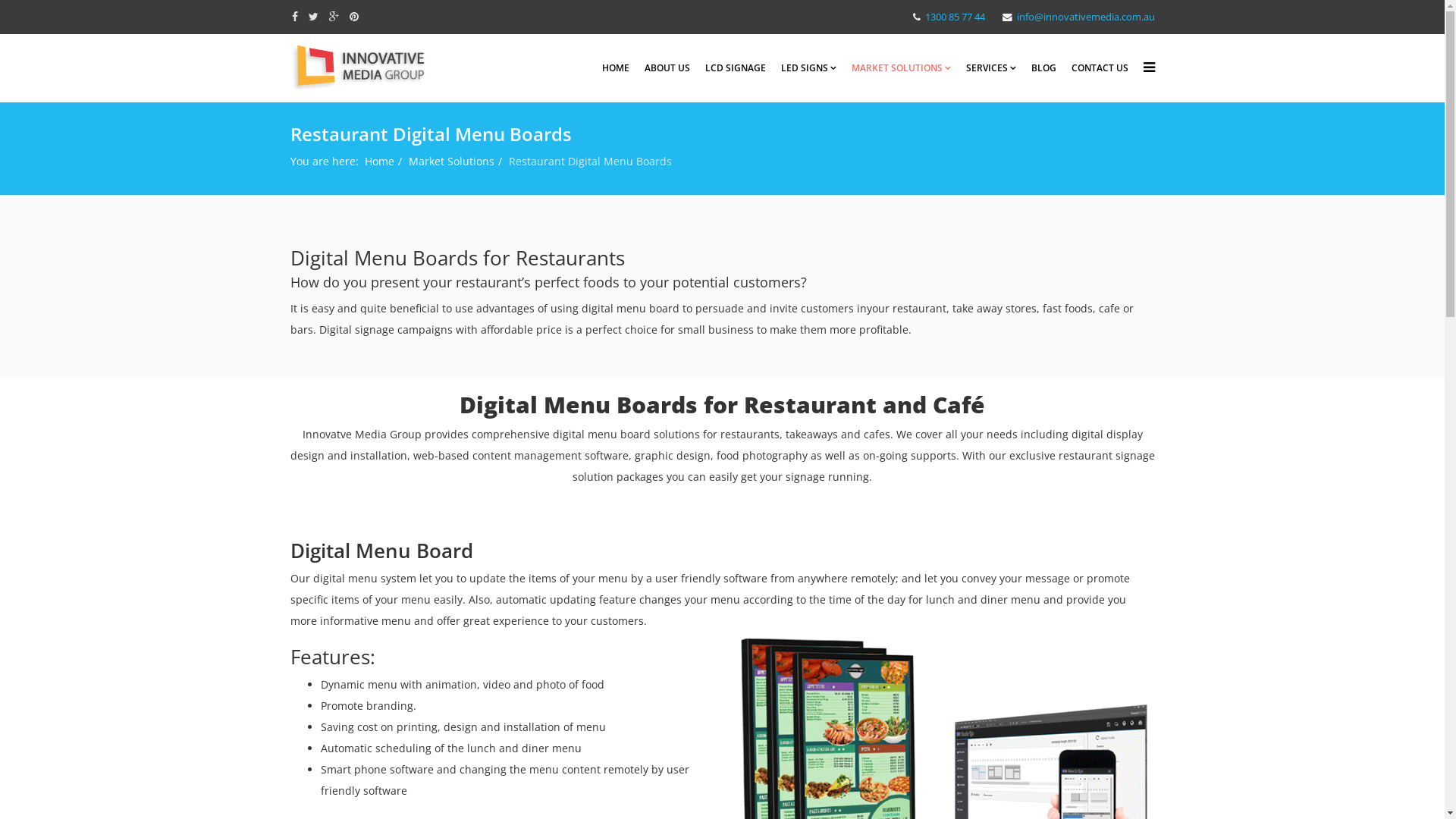  I want to click on 'LCD SIGNAGE', so click(735, 67).